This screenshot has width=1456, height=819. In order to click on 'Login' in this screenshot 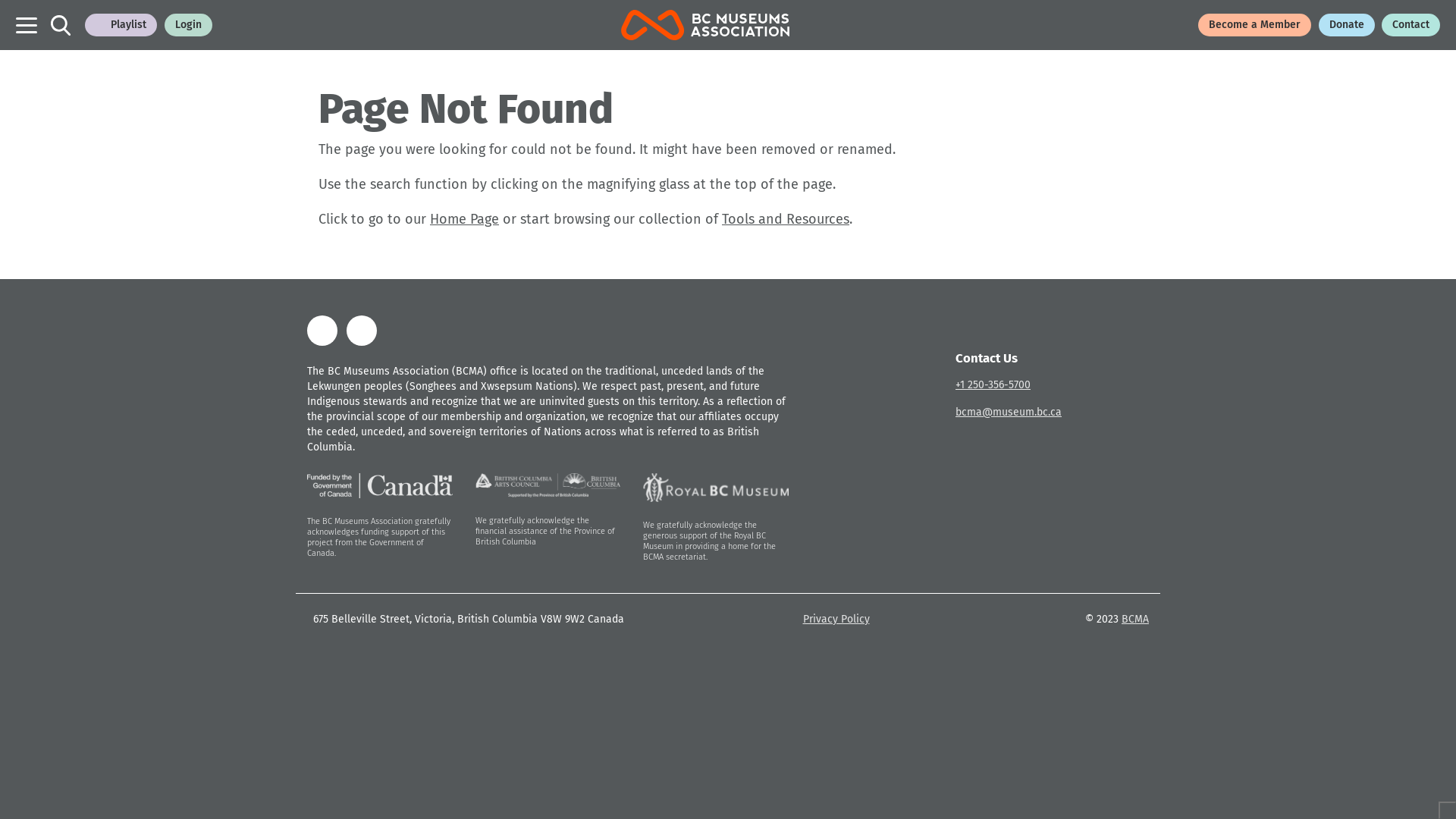, I will do `click(187, 25)`.